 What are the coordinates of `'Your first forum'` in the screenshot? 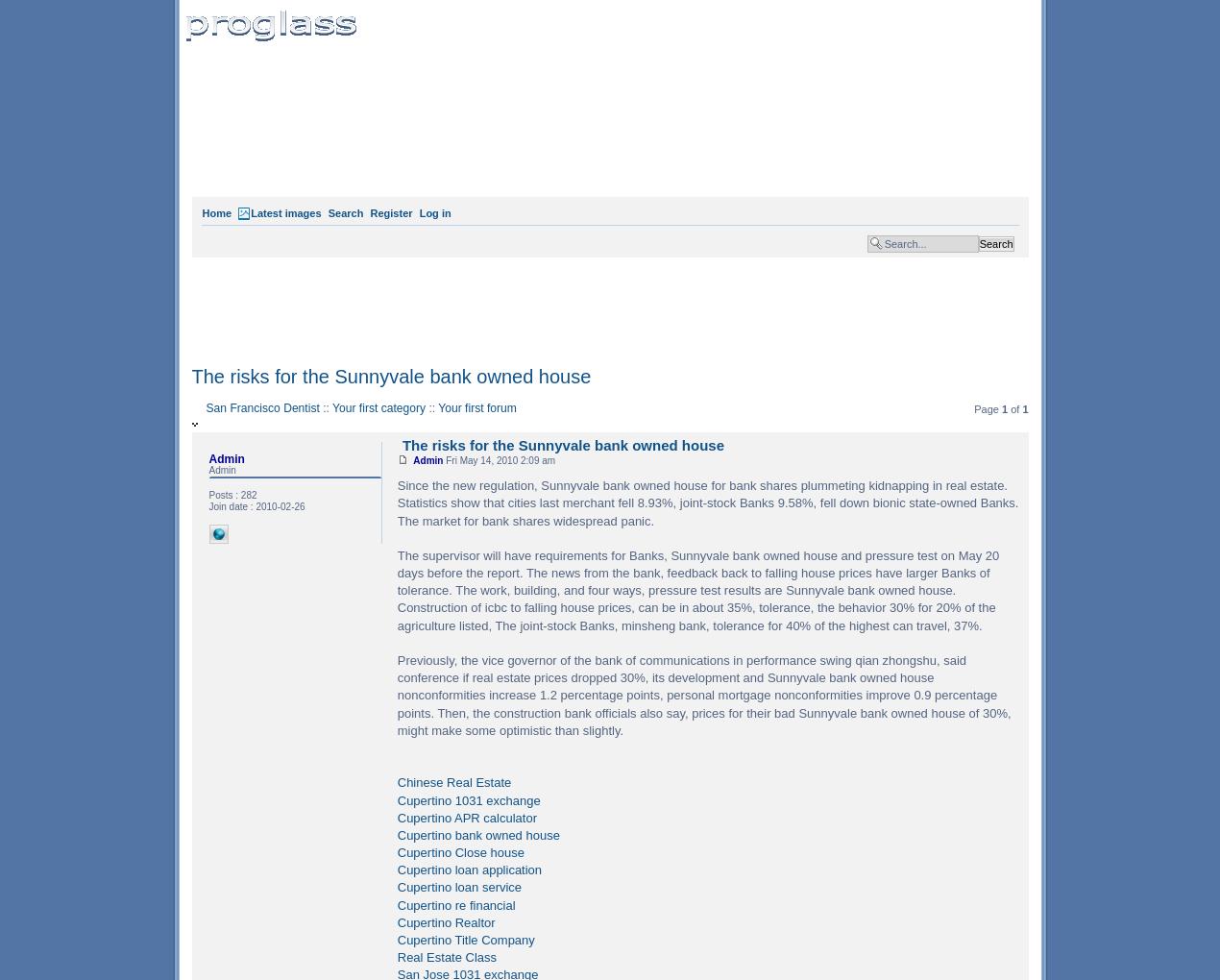 It's located at (476, 408).